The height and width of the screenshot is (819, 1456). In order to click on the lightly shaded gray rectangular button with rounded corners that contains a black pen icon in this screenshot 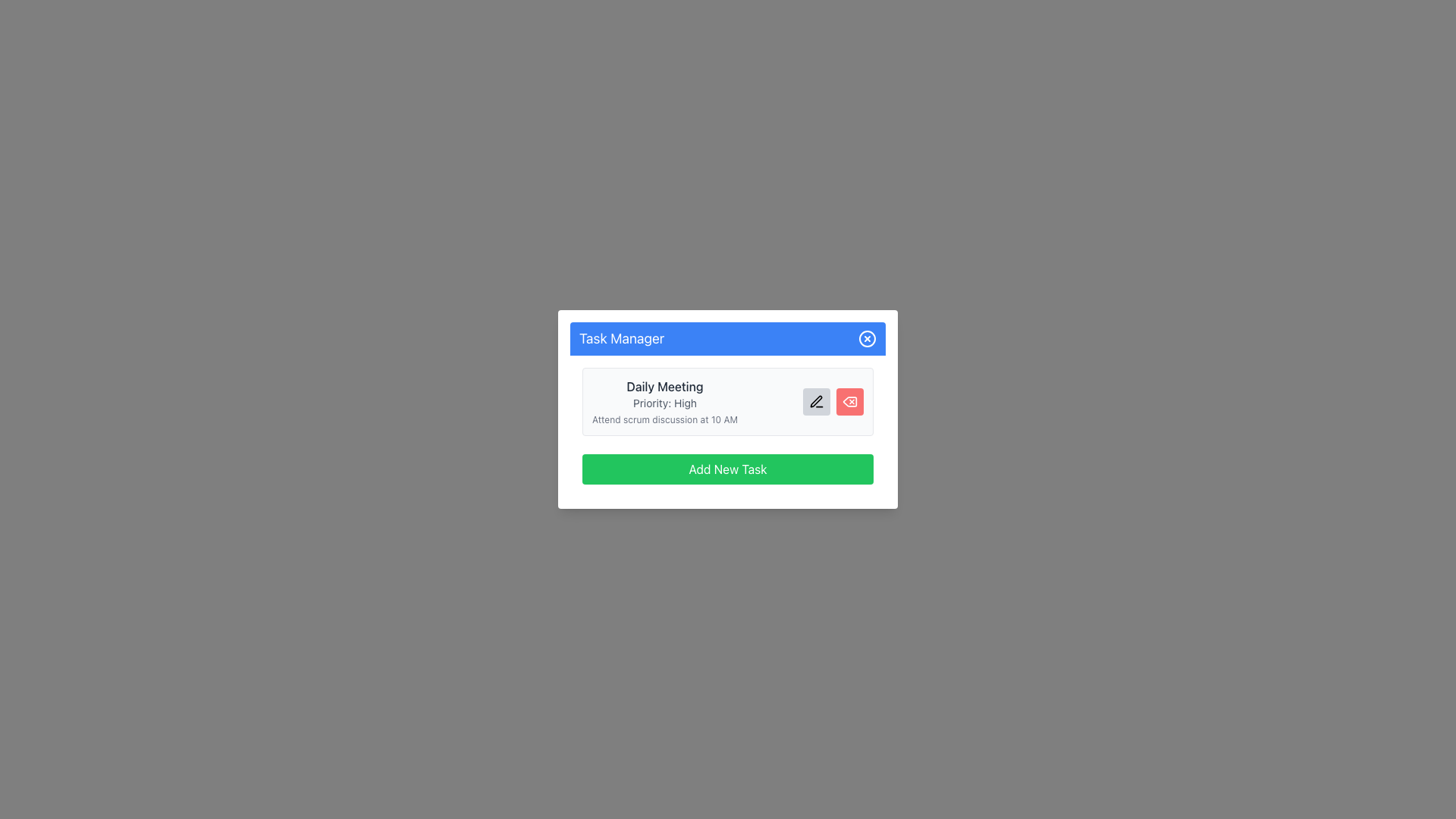, I will do `click(815, 400)`.